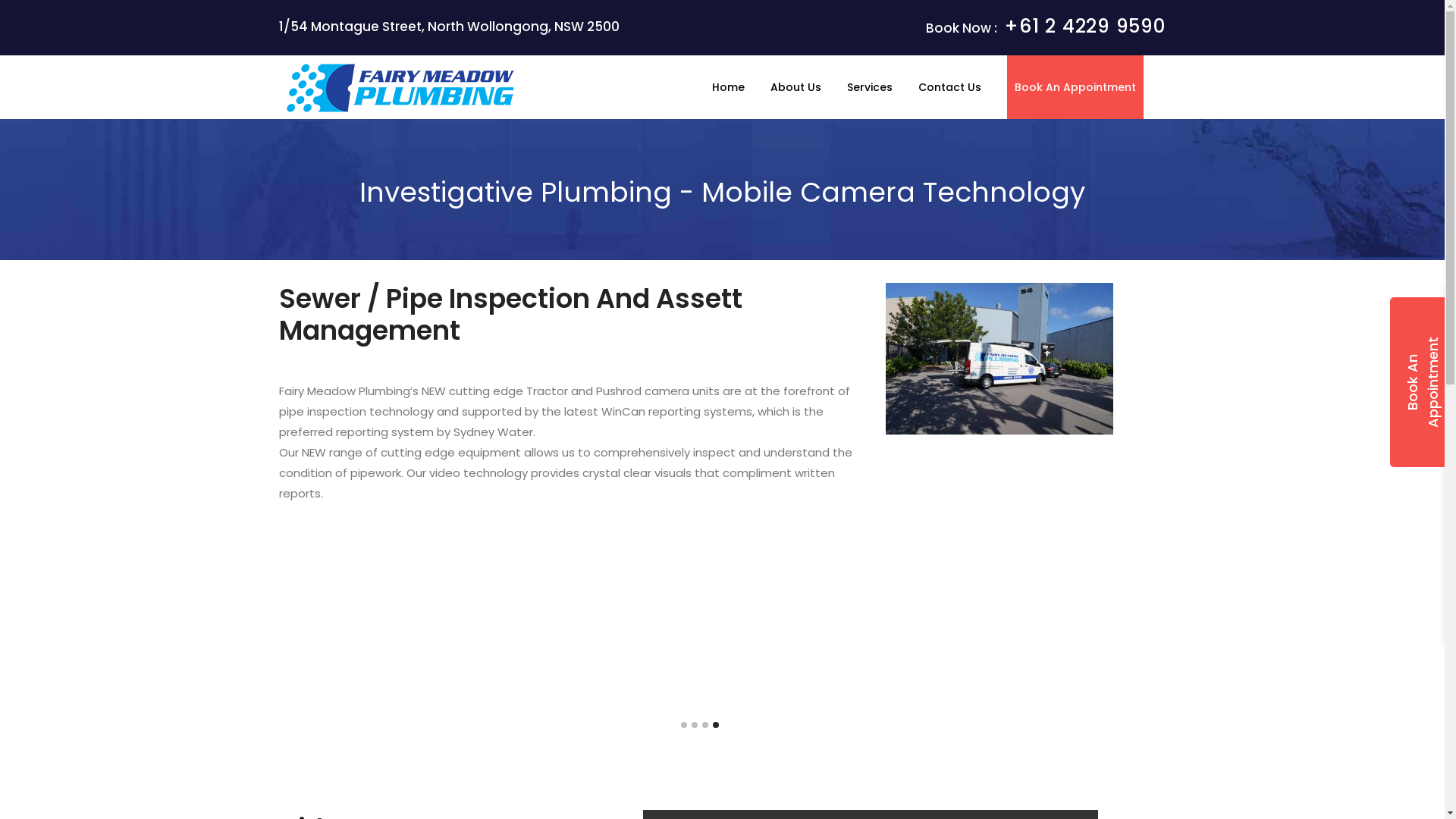  I want to click on 'Fixnox', so click(400, 89).